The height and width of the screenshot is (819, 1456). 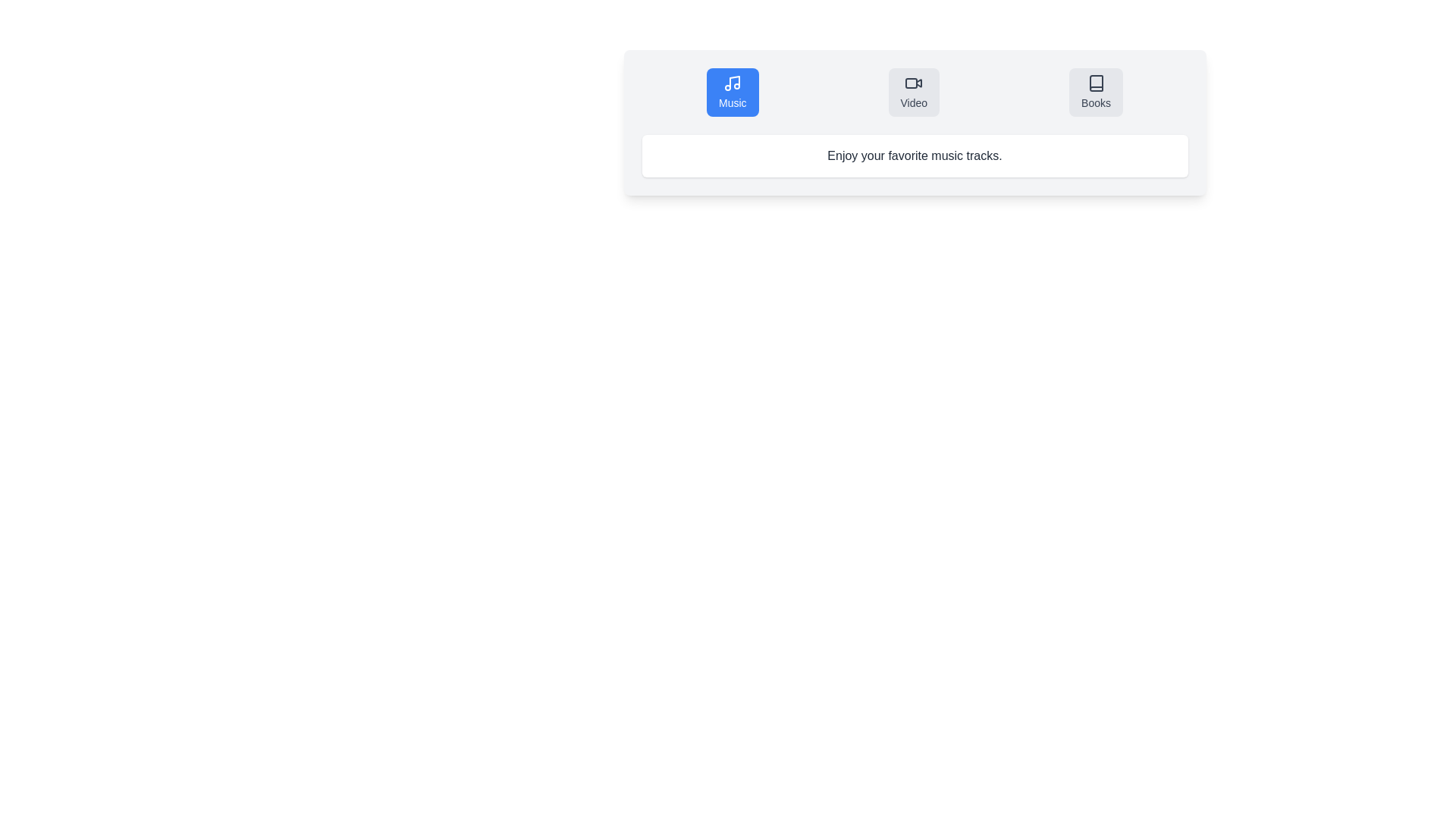 I want to click on the Text Description element located below the 'Music', 'Video', and 'Books' tabs, which provides additional information about the 'Music' tab, so click(x=914, y=155).